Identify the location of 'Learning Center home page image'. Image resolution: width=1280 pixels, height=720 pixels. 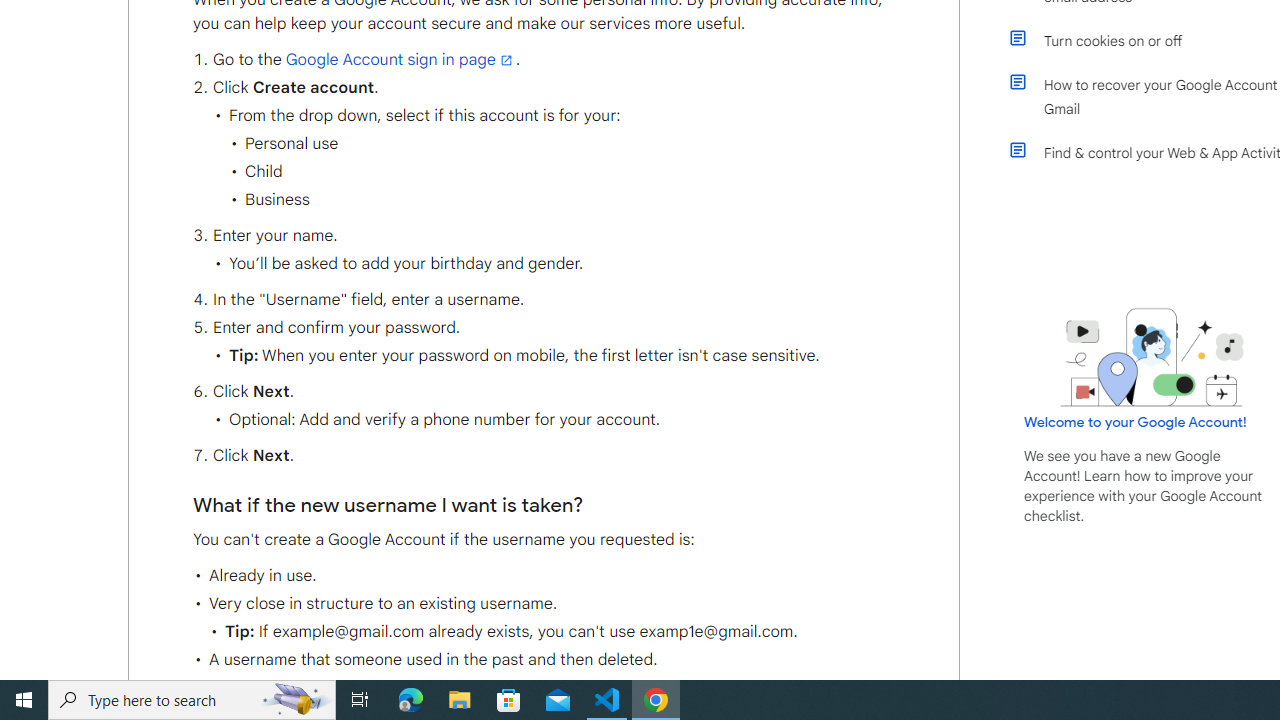
(1152, 356).